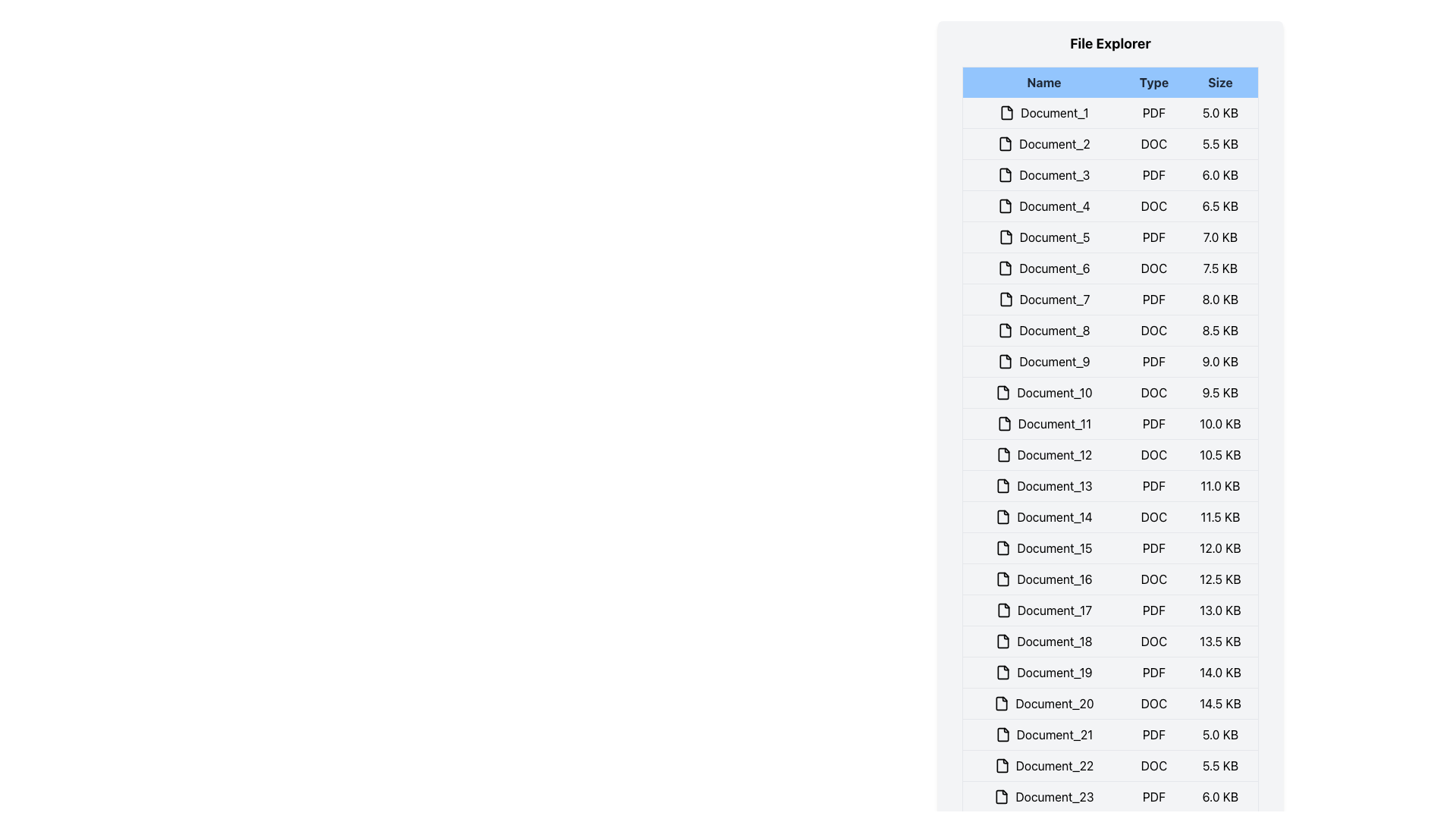 This screenshot has width=1456, height=819. I want to click on the second row in the File Explorer interface that displays the details of the file named 'Document_2', so click(1110, 143).